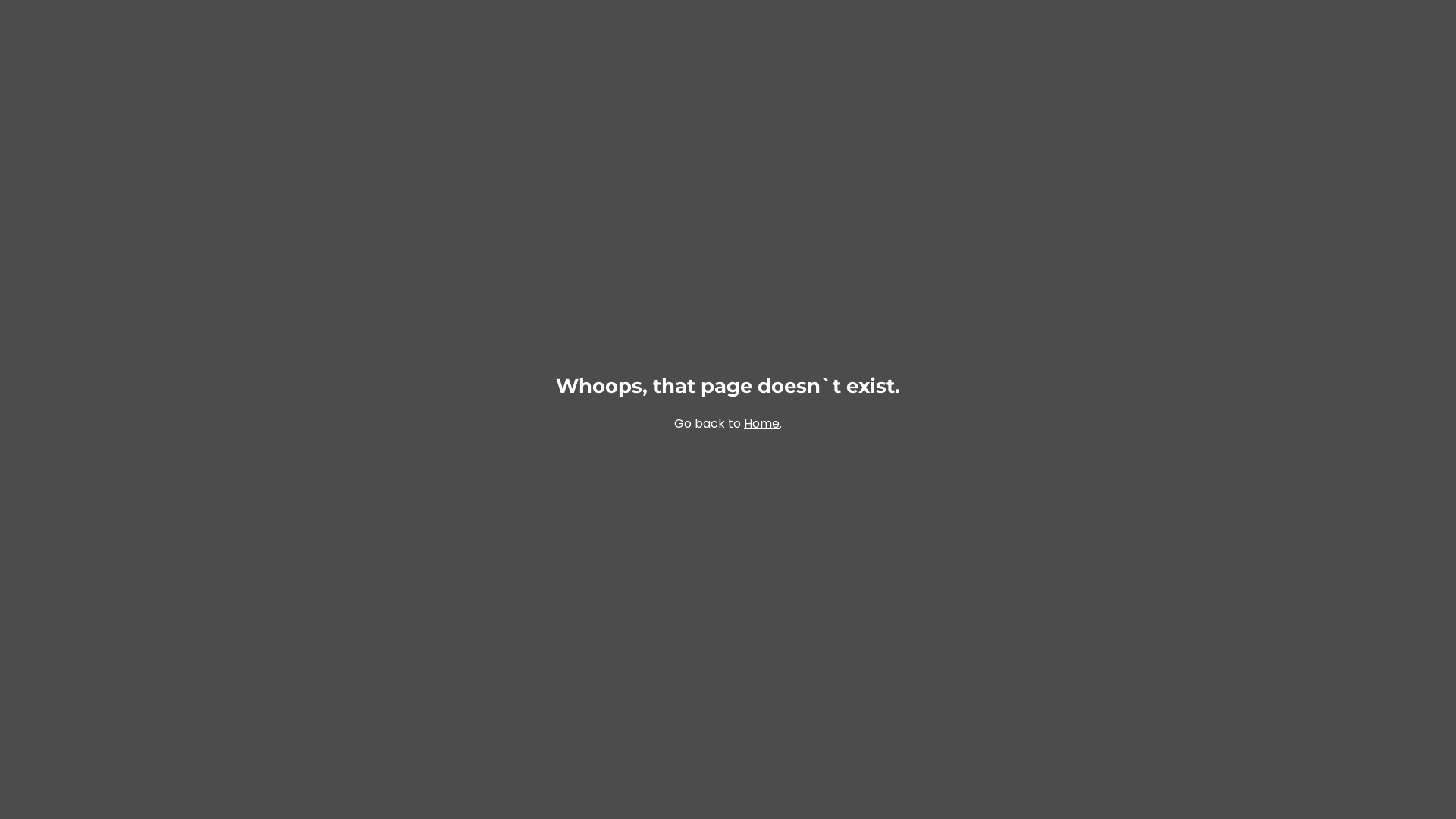 The width and height of the screenshot is (1456, 819). Describe the element at coordinates (761, 423) in the screenshot. I see `'Home'` at that location.